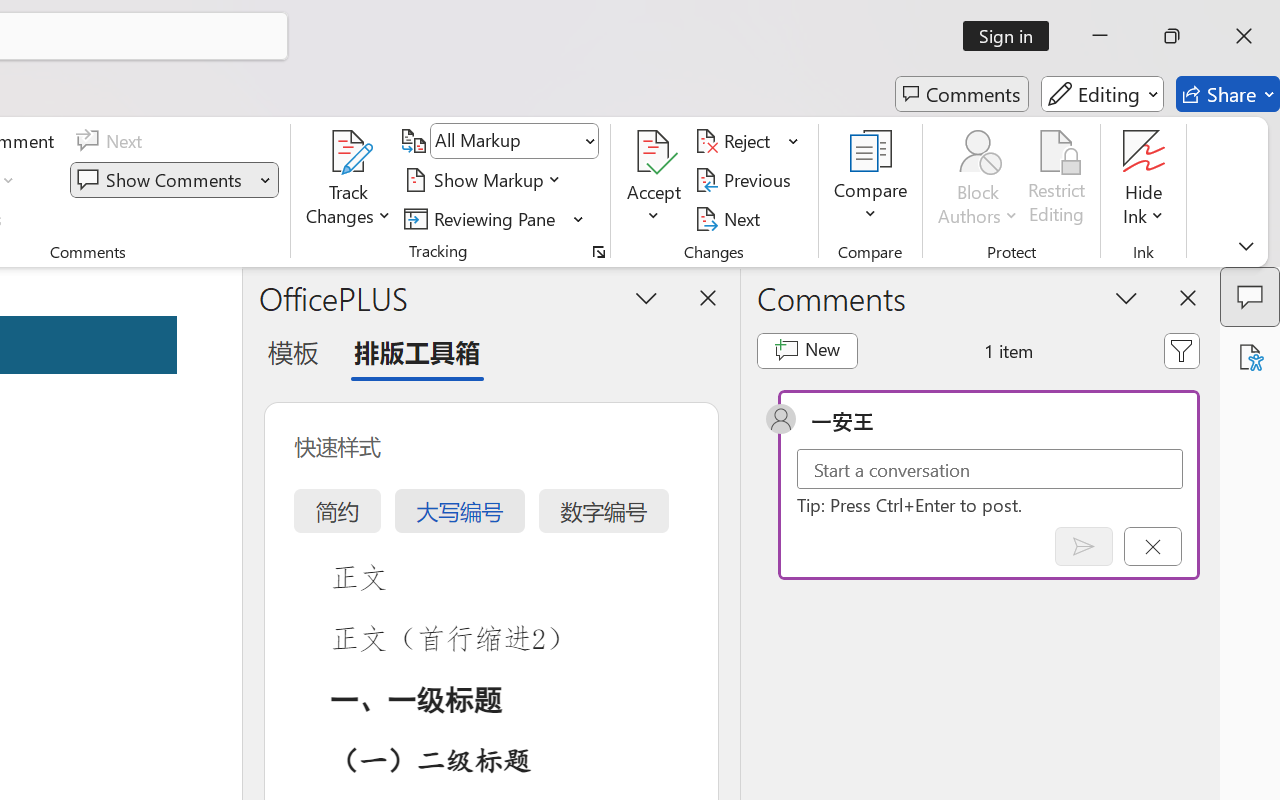  Describe the element at coordinates (729, 218) in the screenshot. I see `'Next'` at that location.